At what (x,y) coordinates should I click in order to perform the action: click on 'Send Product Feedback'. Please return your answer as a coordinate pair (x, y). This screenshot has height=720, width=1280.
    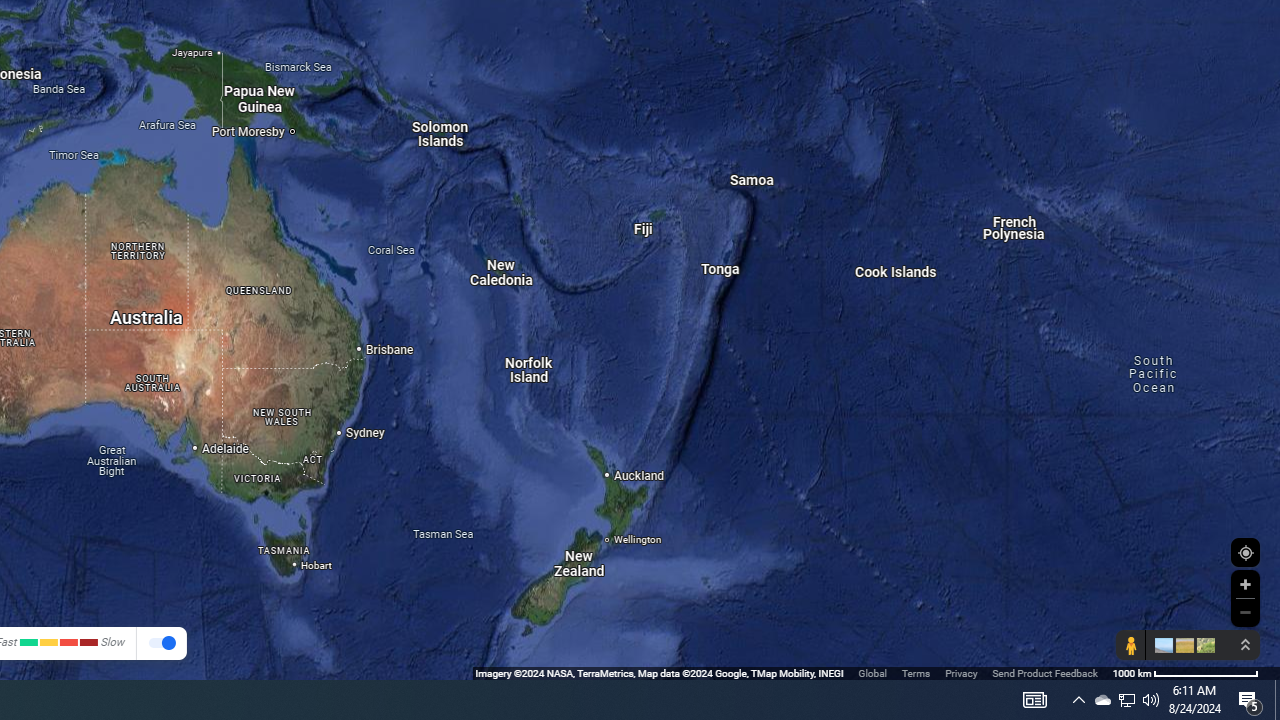
    Looking at the image, I should click on (1044, 673).